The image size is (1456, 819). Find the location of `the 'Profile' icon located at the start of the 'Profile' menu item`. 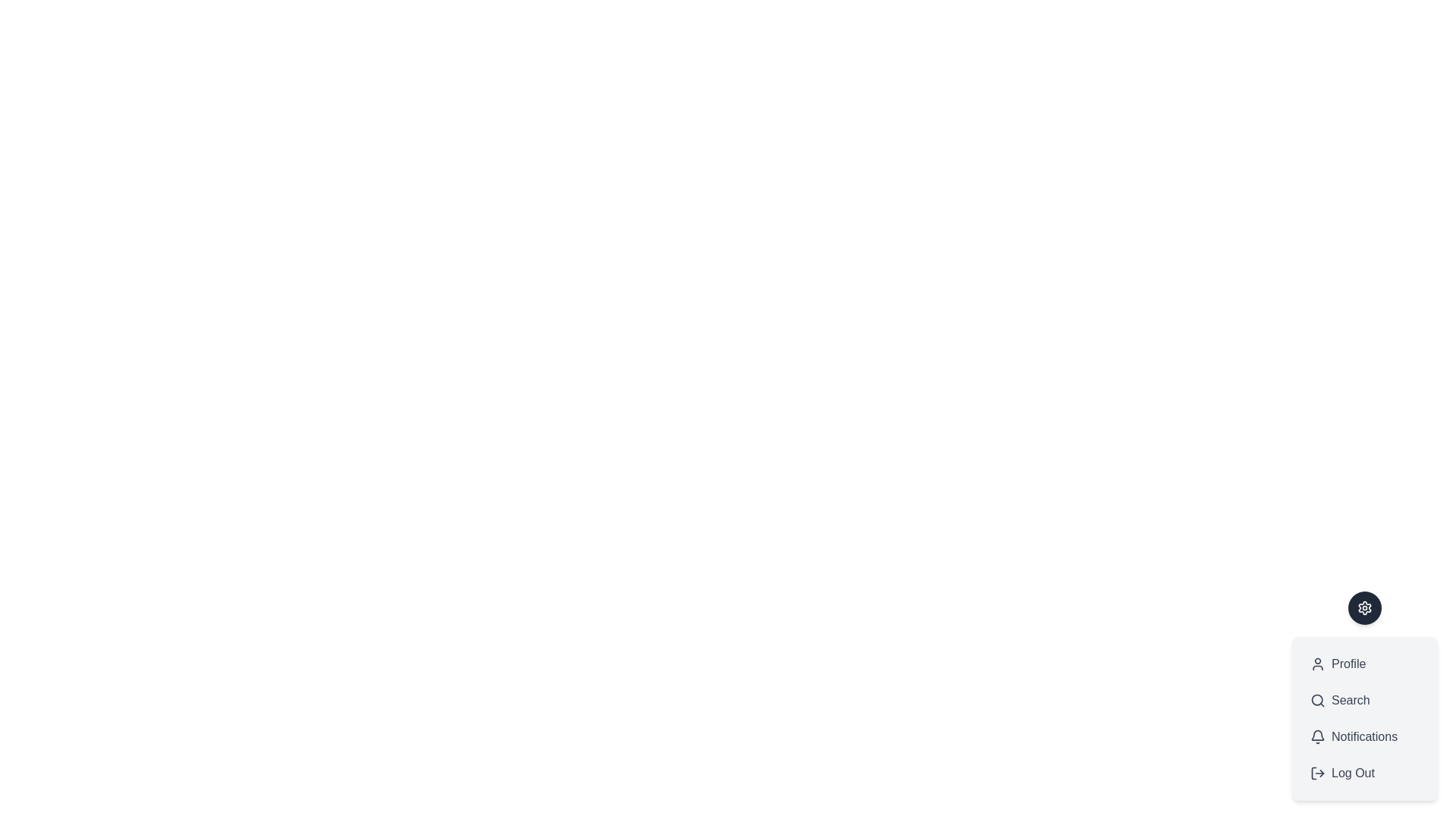

the 'Profile' icon located at the start of the 'Profile' menu item is located at coordinates (1316, 663).